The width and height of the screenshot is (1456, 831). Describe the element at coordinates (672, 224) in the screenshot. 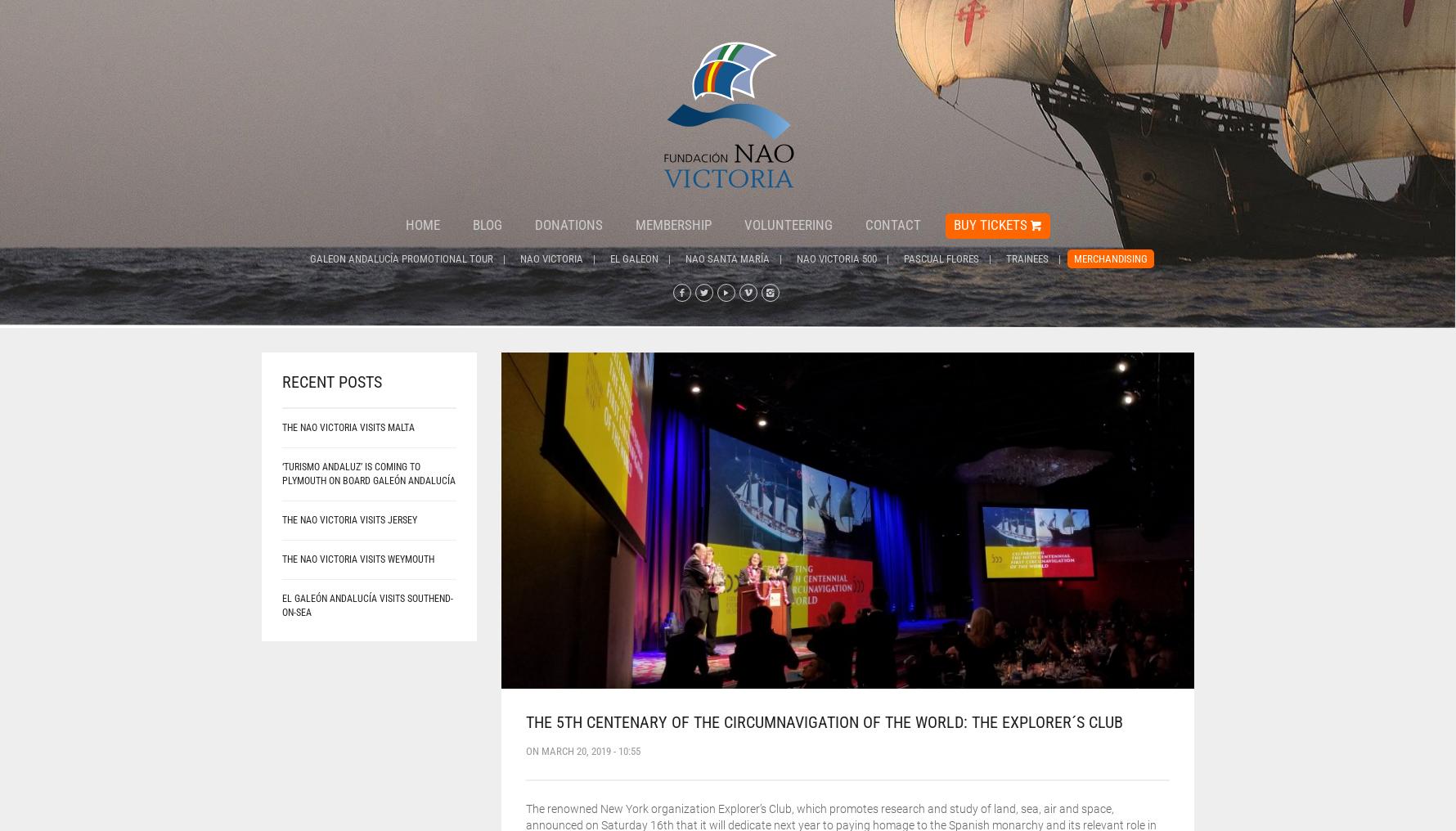

I see `'Membership'` at that location.